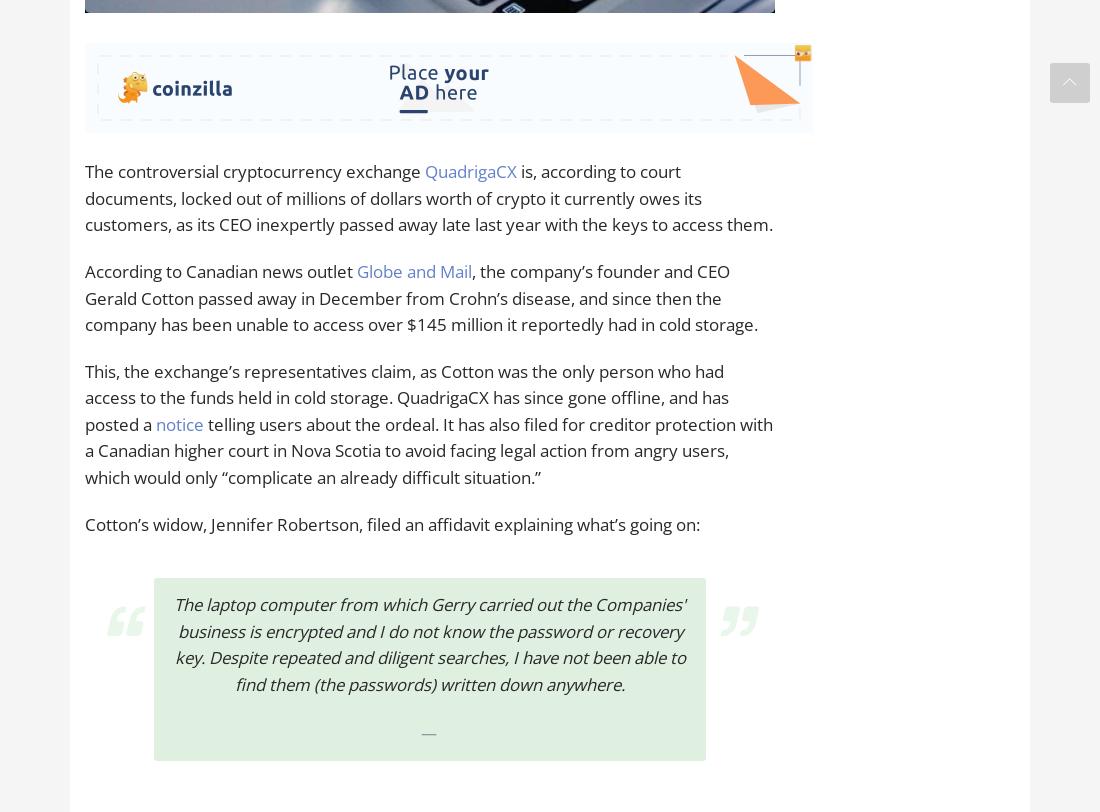  What do you see at coordinates (154, 423) in the screenshot?
I see `'notice'` at bounding box center [154, 423].